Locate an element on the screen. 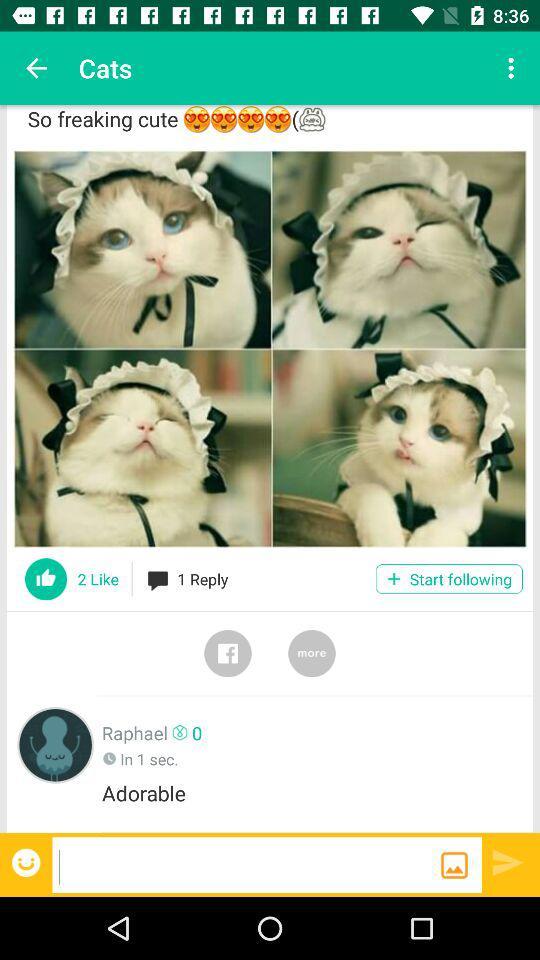 Image resolution: width=540 pixels, height=960 pixels. switch more option is located at coordinates (312, 652).